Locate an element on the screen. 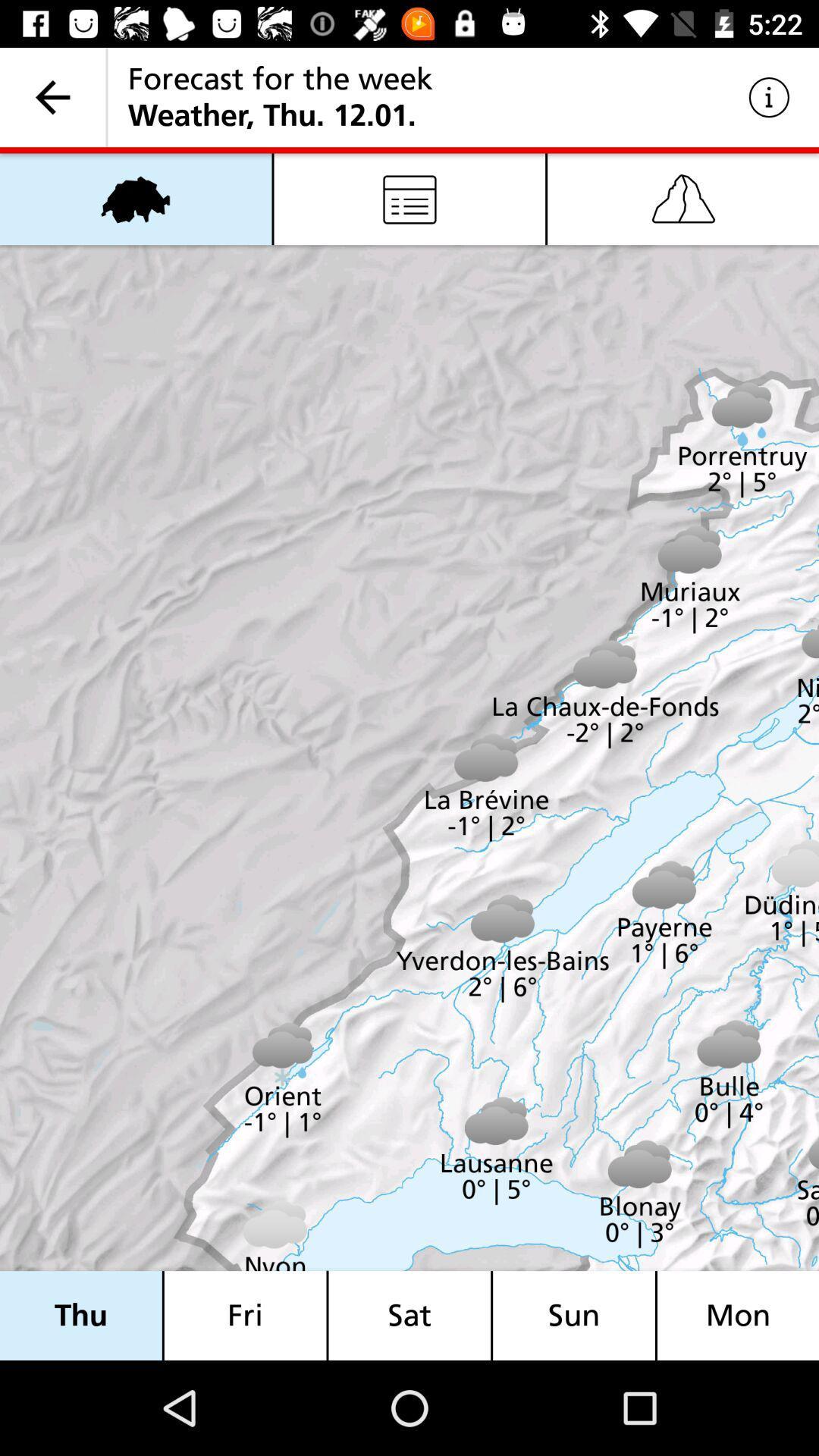 Image resolution: width=819 pixels, height=1456 pixels. the button which is below information icon on the page is located at coordinates (683, 199).